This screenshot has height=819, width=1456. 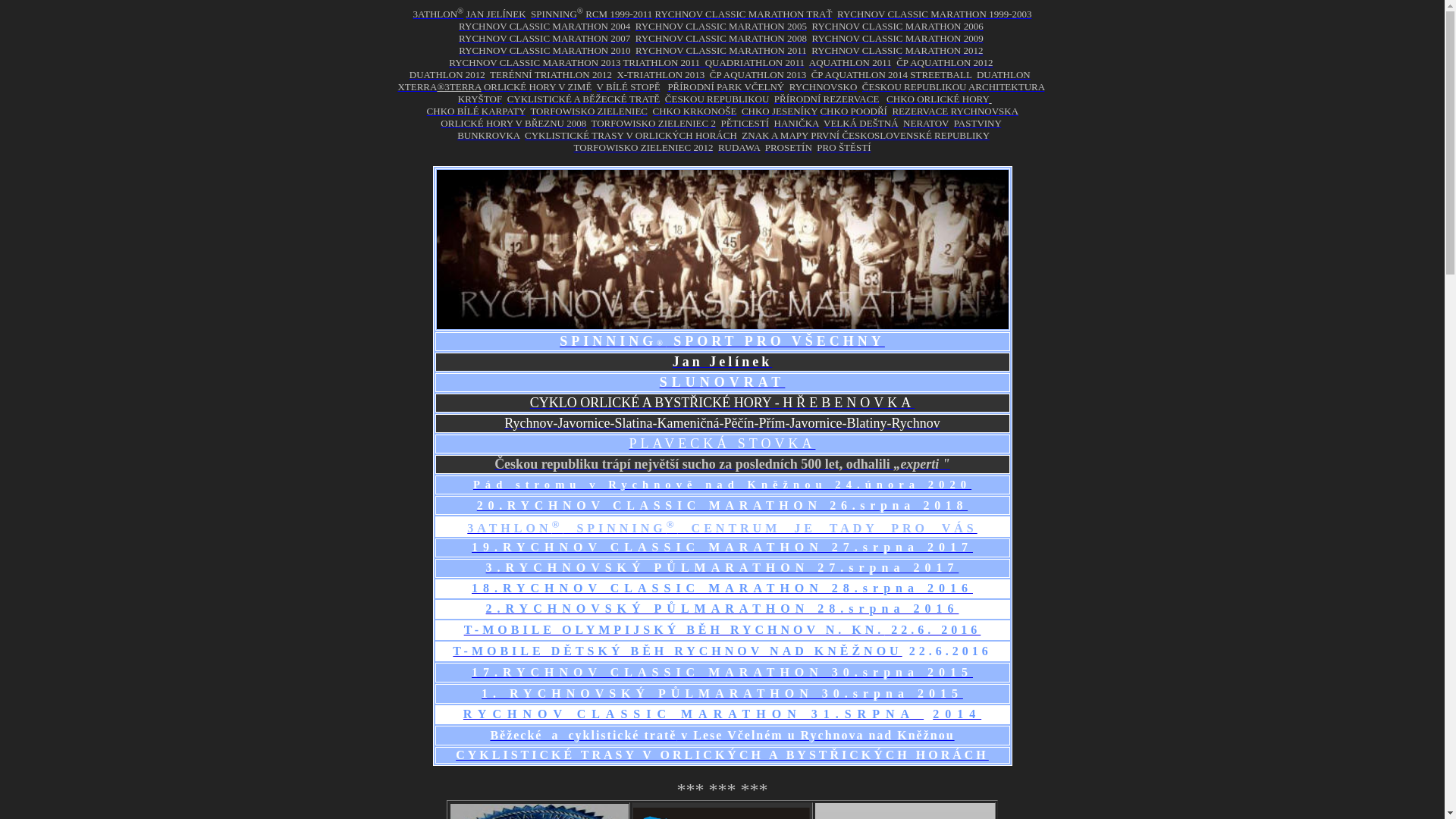 What do you see at coordinates (717, 147) in the screenshot?
I see `'RUDAWA'` at bounding box center [717, 147].